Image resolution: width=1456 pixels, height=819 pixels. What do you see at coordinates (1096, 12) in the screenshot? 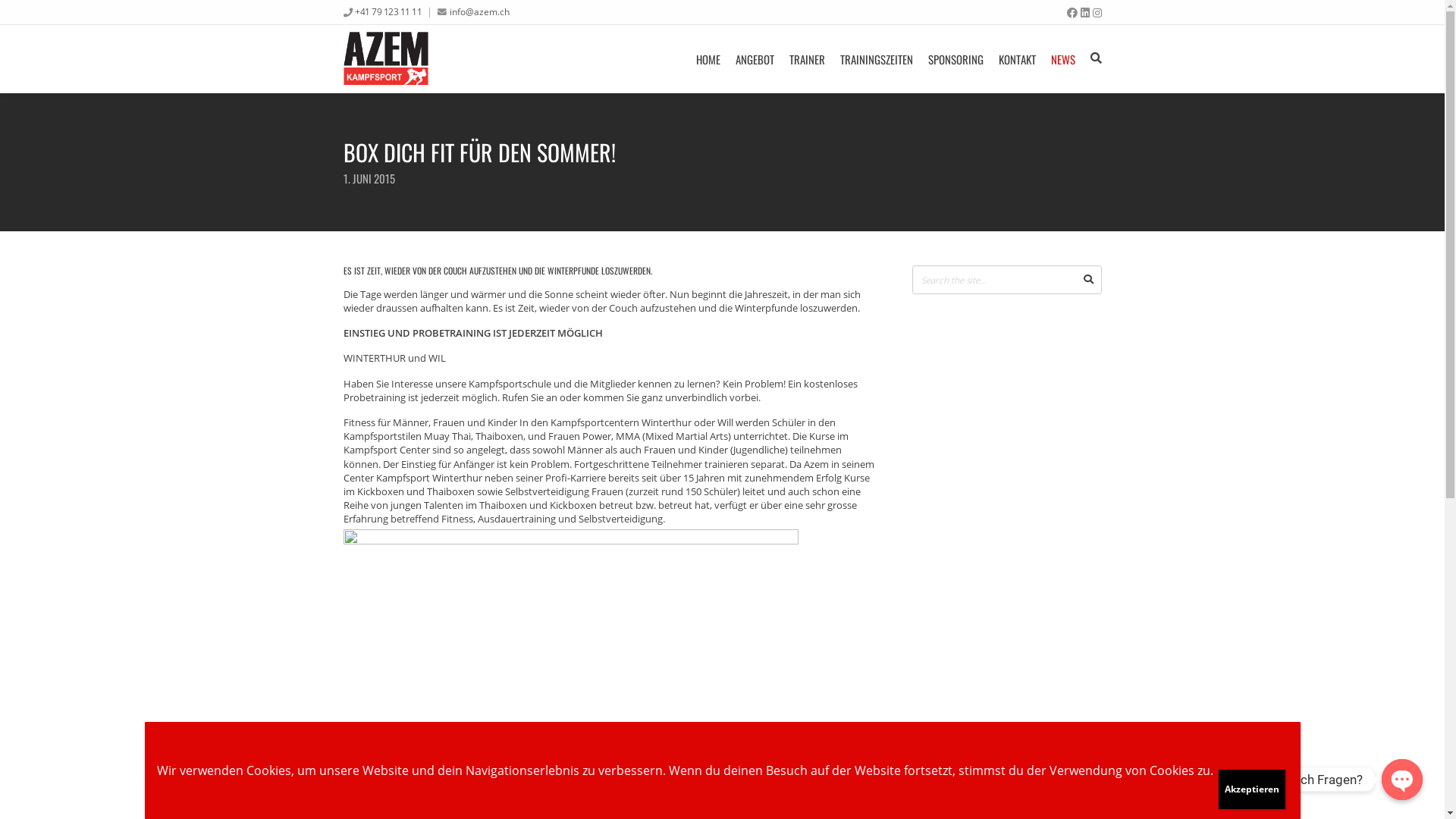
I see `'Instagram'` at bounding box center [1096, 12].